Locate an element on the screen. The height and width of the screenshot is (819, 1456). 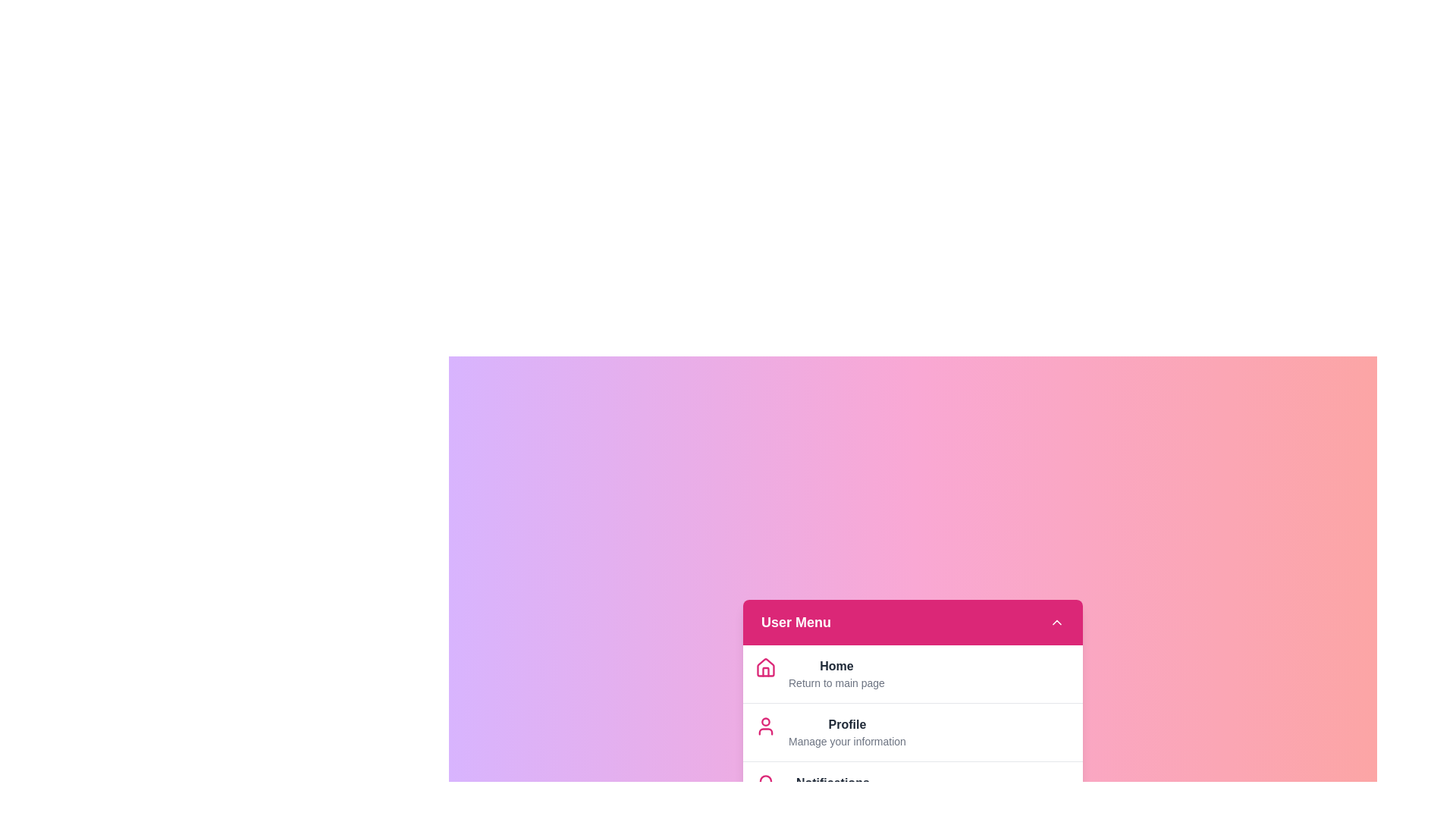
the toggle button to toggle the menu visibility is located at coordinates (1056, 622).